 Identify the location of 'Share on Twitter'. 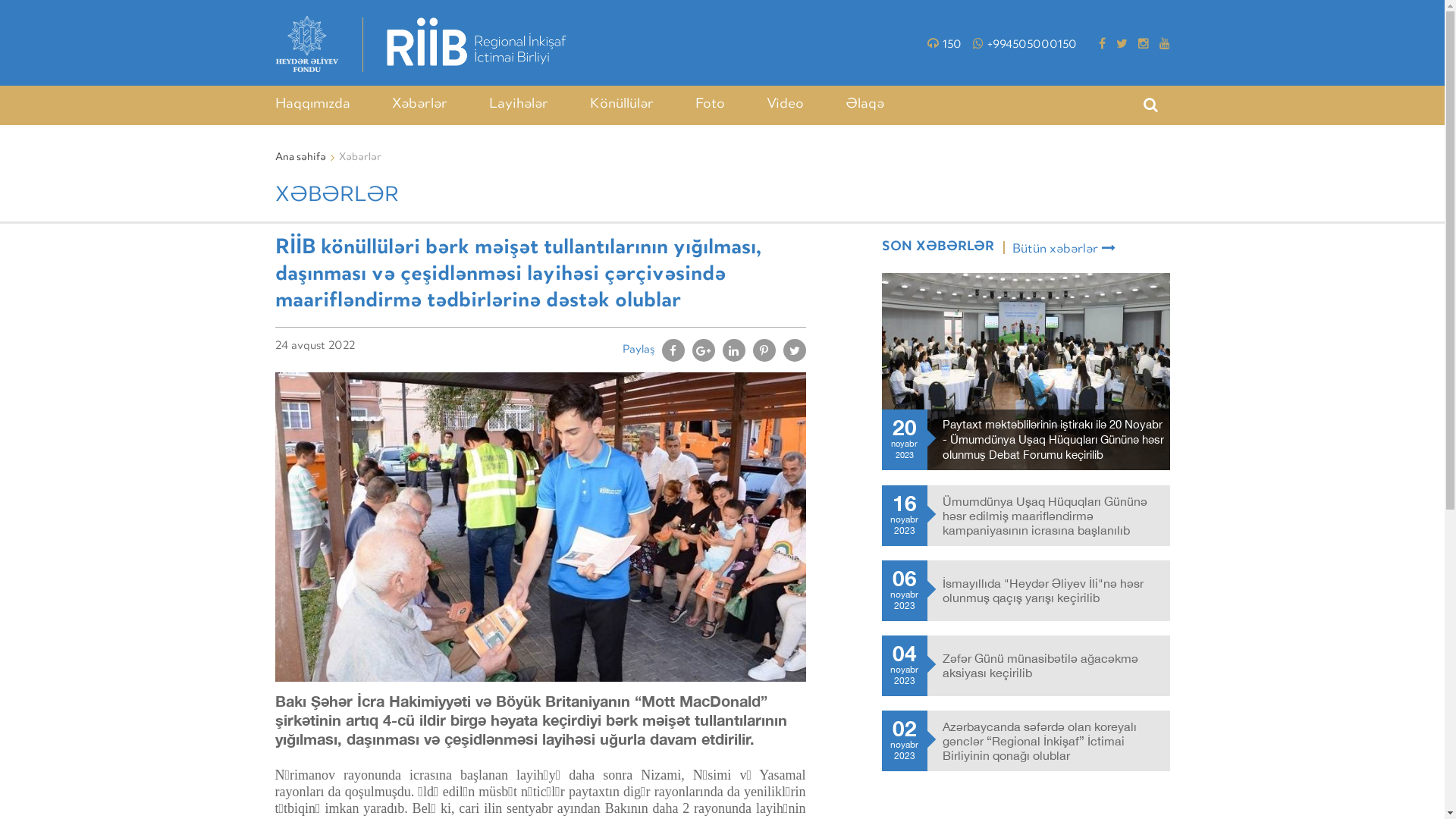
(792, 350).